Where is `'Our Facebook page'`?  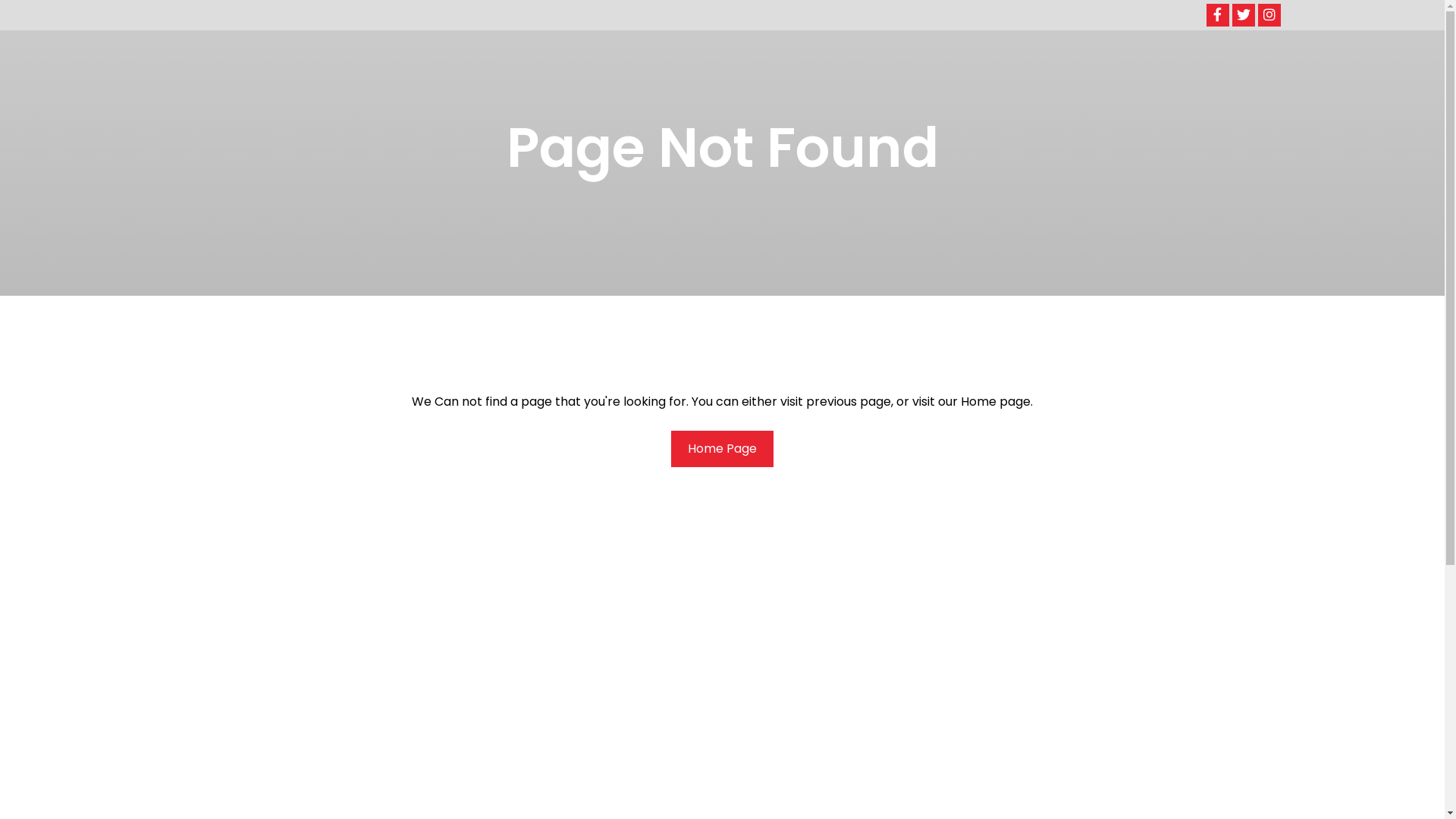 'Our Facebook page' is located at coordinates (1216, 14).